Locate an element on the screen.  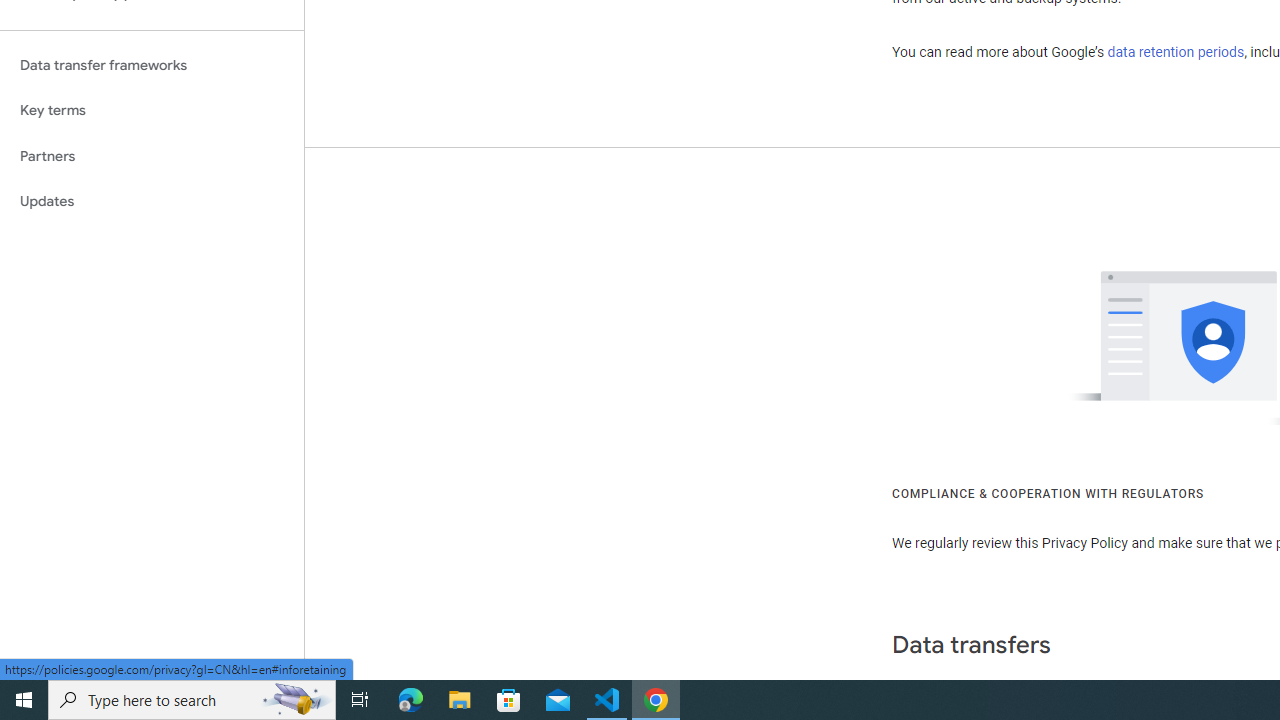
'Updates' is located at coordinates (151, 201).